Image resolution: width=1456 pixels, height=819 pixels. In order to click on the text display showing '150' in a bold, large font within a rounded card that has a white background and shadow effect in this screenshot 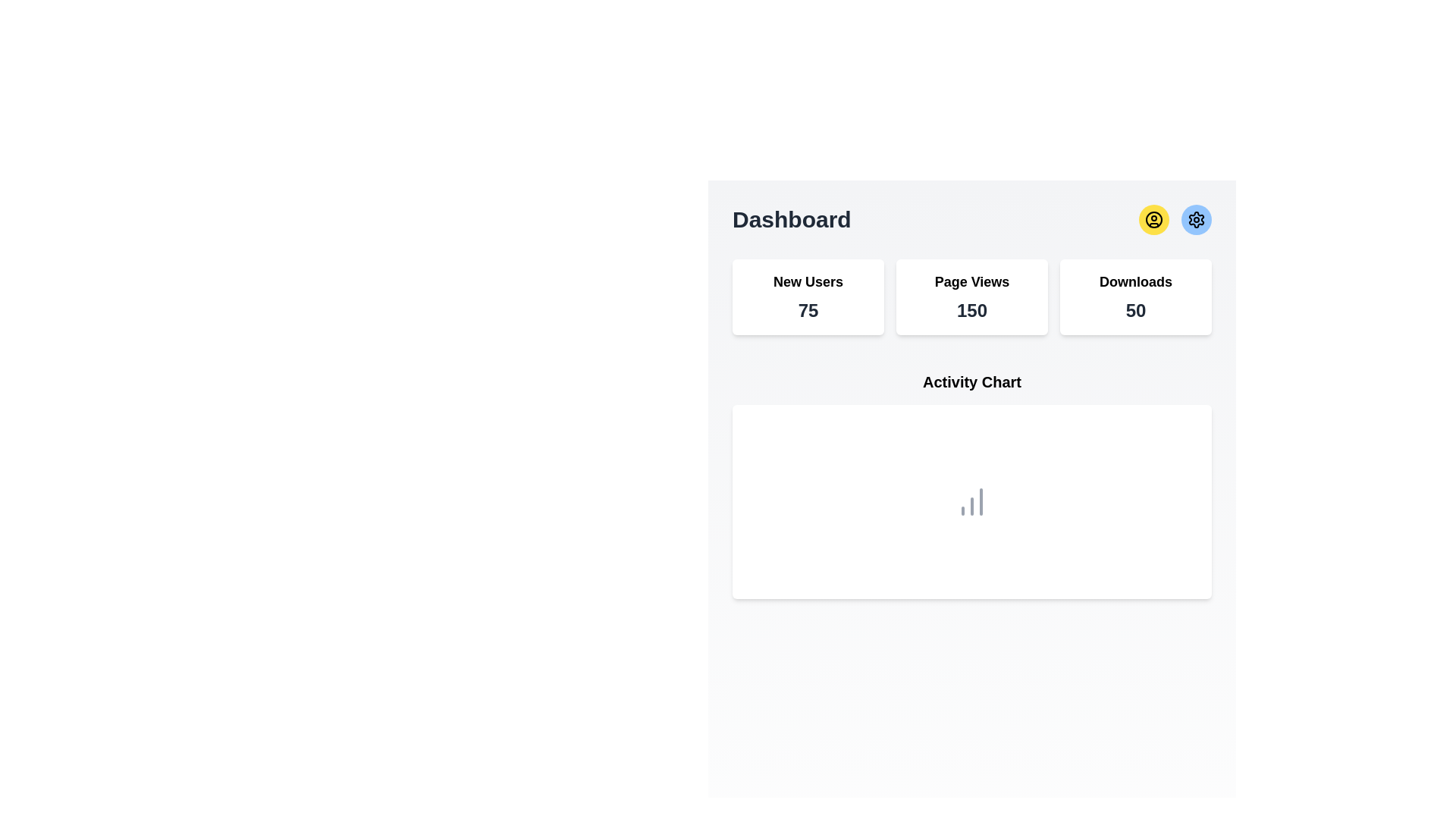, I will do `click(971, 309)`.